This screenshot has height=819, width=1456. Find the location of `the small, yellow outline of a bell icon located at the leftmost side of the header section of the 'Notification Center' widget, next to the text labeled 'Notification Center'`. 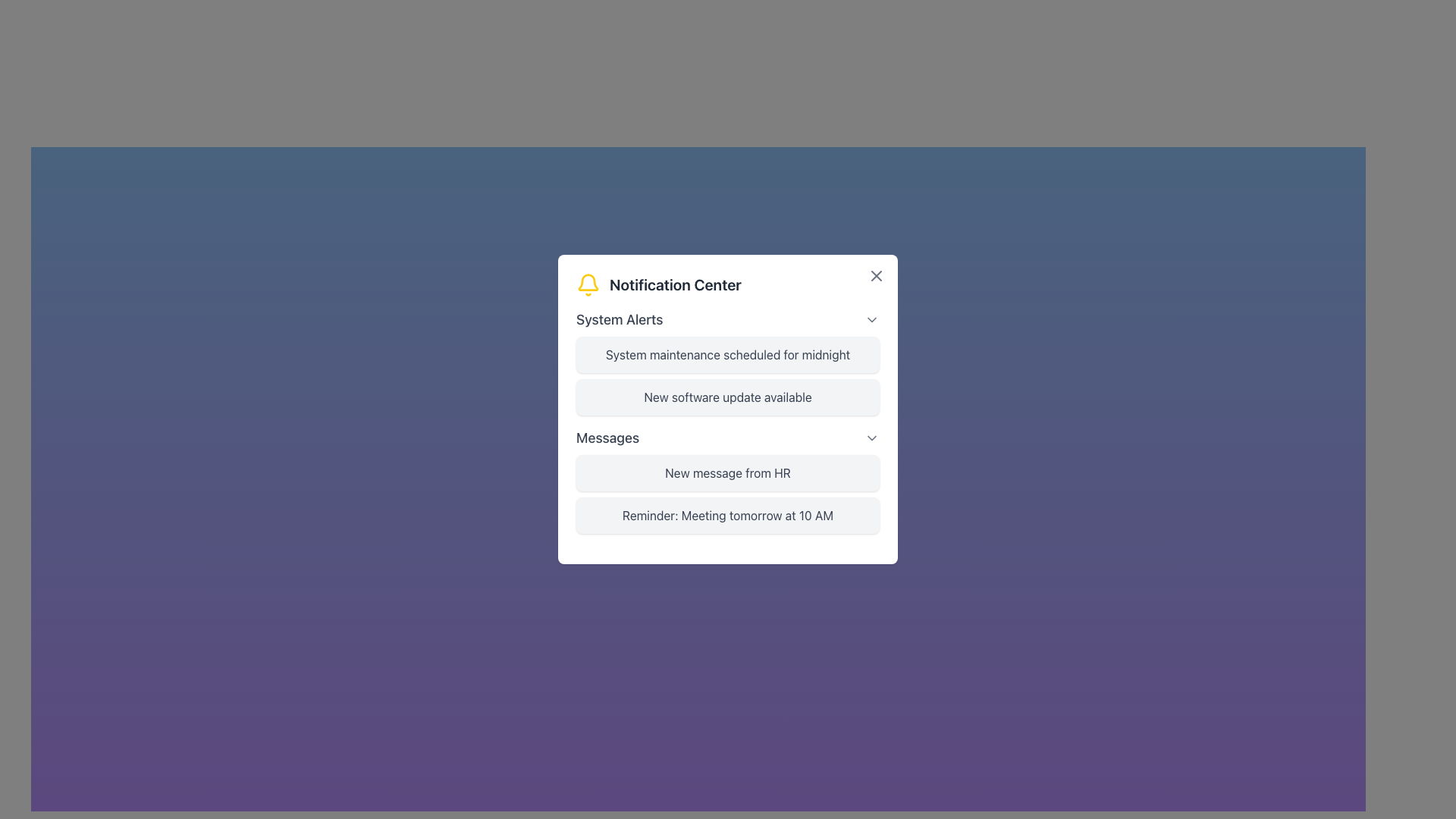

the small, yellow outline of a bell icon located at the leftmost side of the header section of the 'Notification Center' widget, next to the text labeled 'Notification Center' is located at coordinates (588, 284).